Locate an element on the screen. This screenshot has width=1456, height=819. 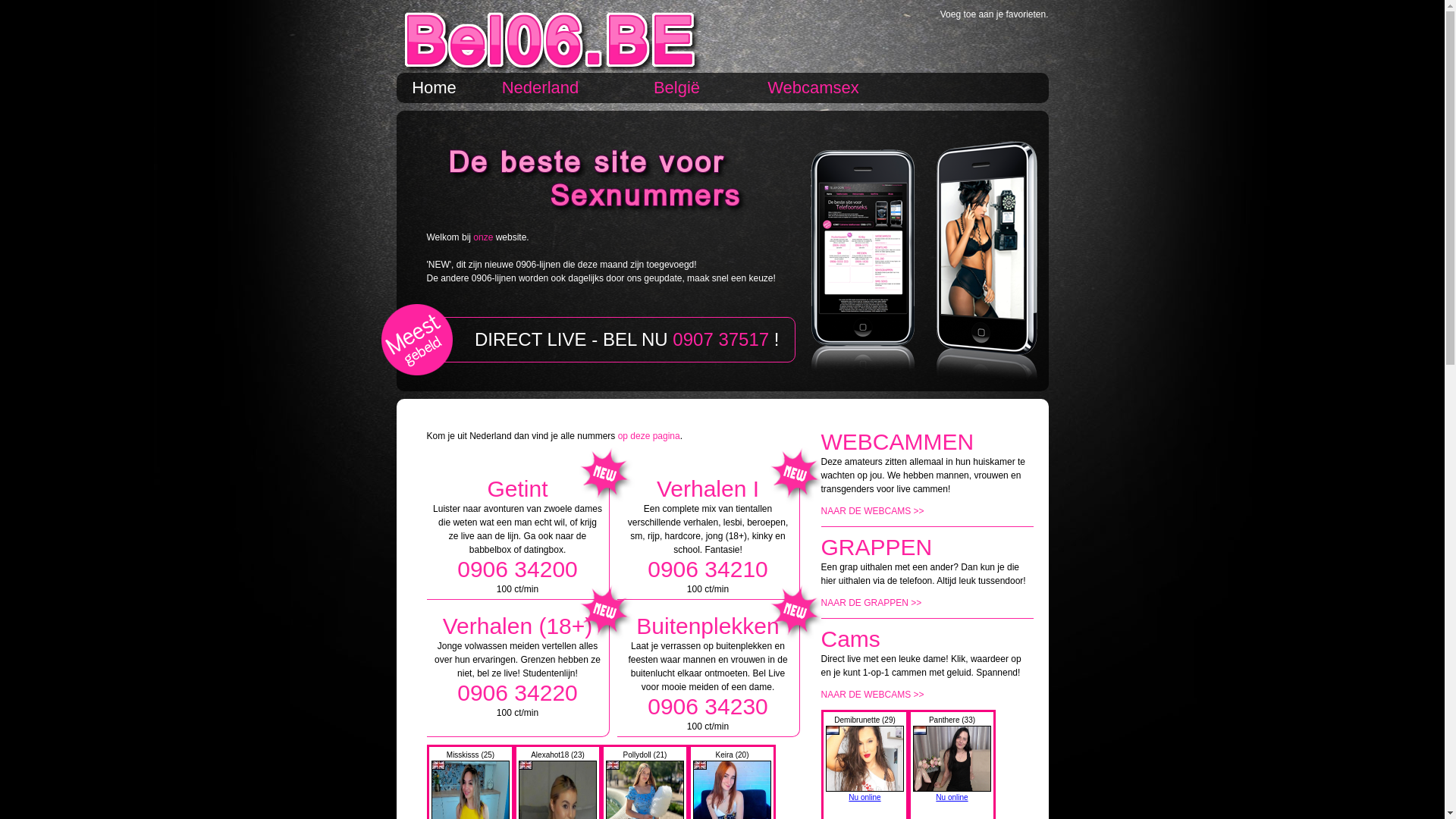
'Voeg toe aan je favorieten.' is located at coordinates (994, 14).